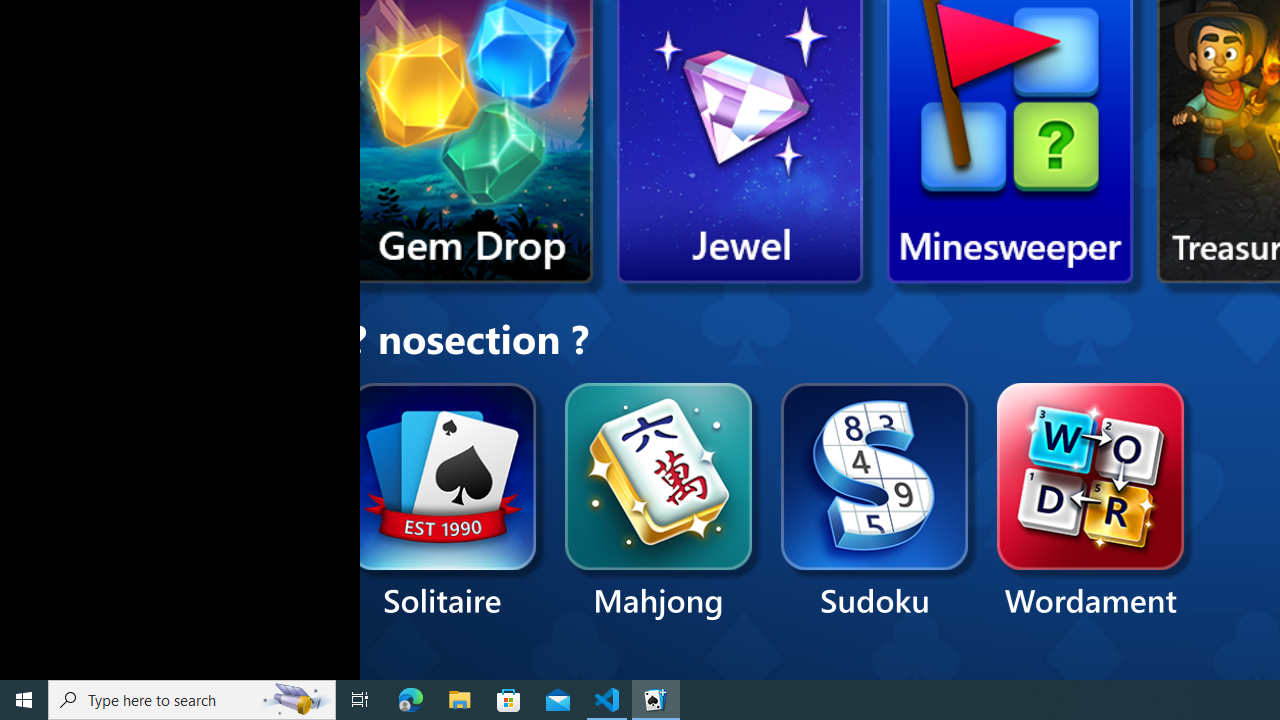  I want to click on 'Mahjong', so click(659, 501).